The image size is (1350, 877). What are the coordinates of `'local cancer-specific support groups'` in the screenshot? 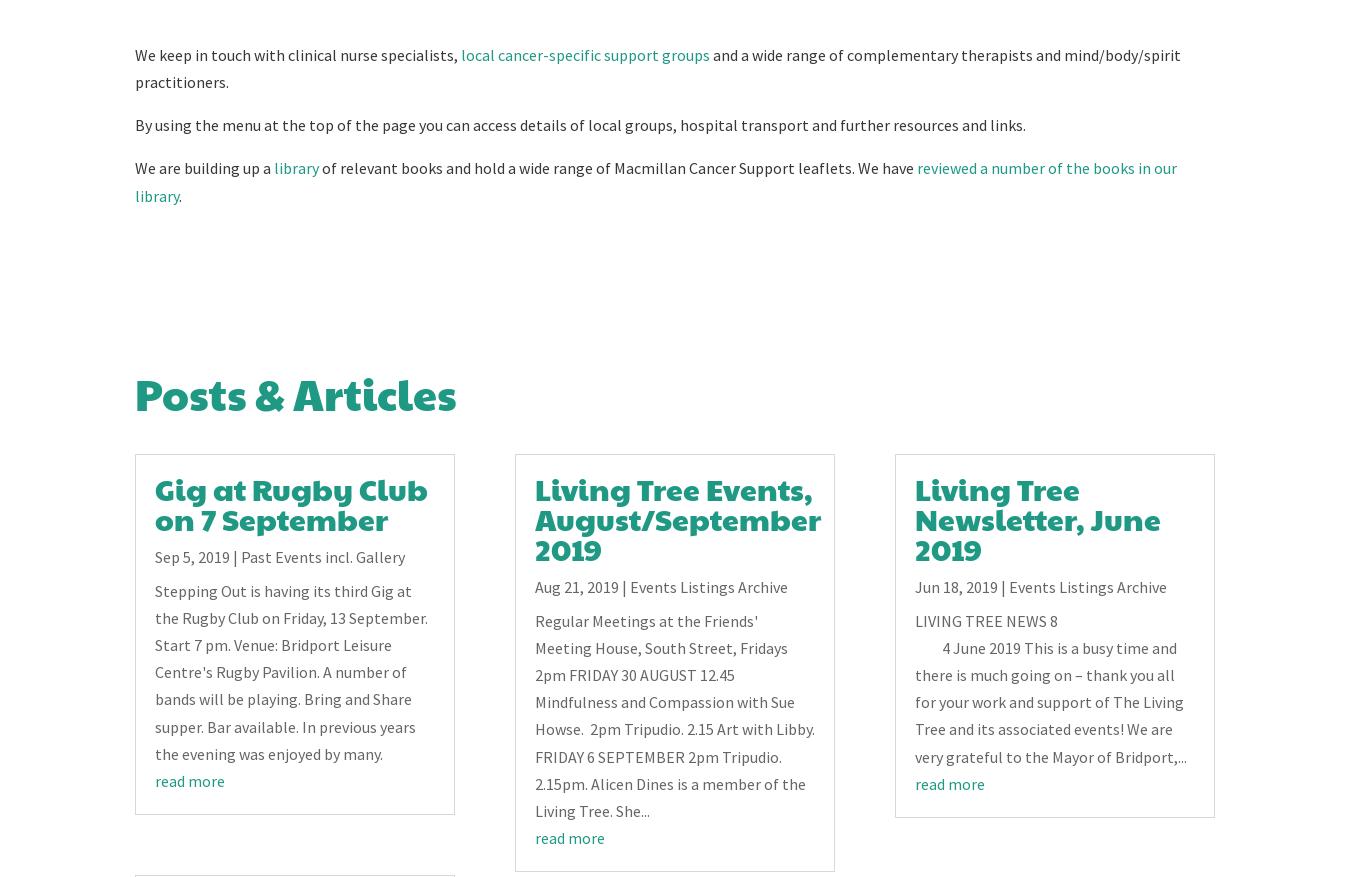 It's located at (585, 54).